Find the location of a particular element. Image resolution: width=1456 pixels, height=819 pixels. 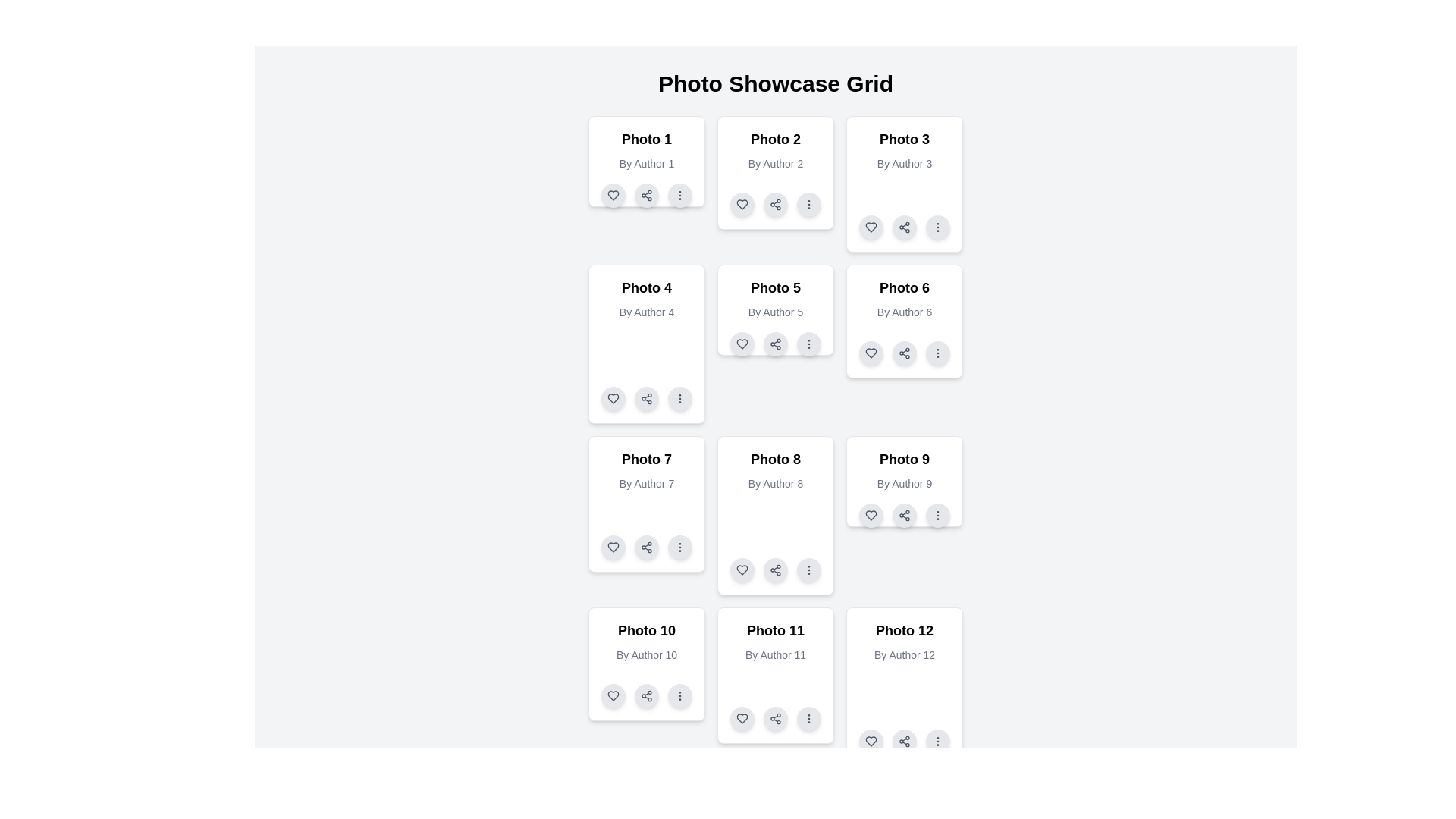

the heart icon in the bottom row of interactive icons within the card labeled 'Photo 9' is located at coordinates (871, 514).